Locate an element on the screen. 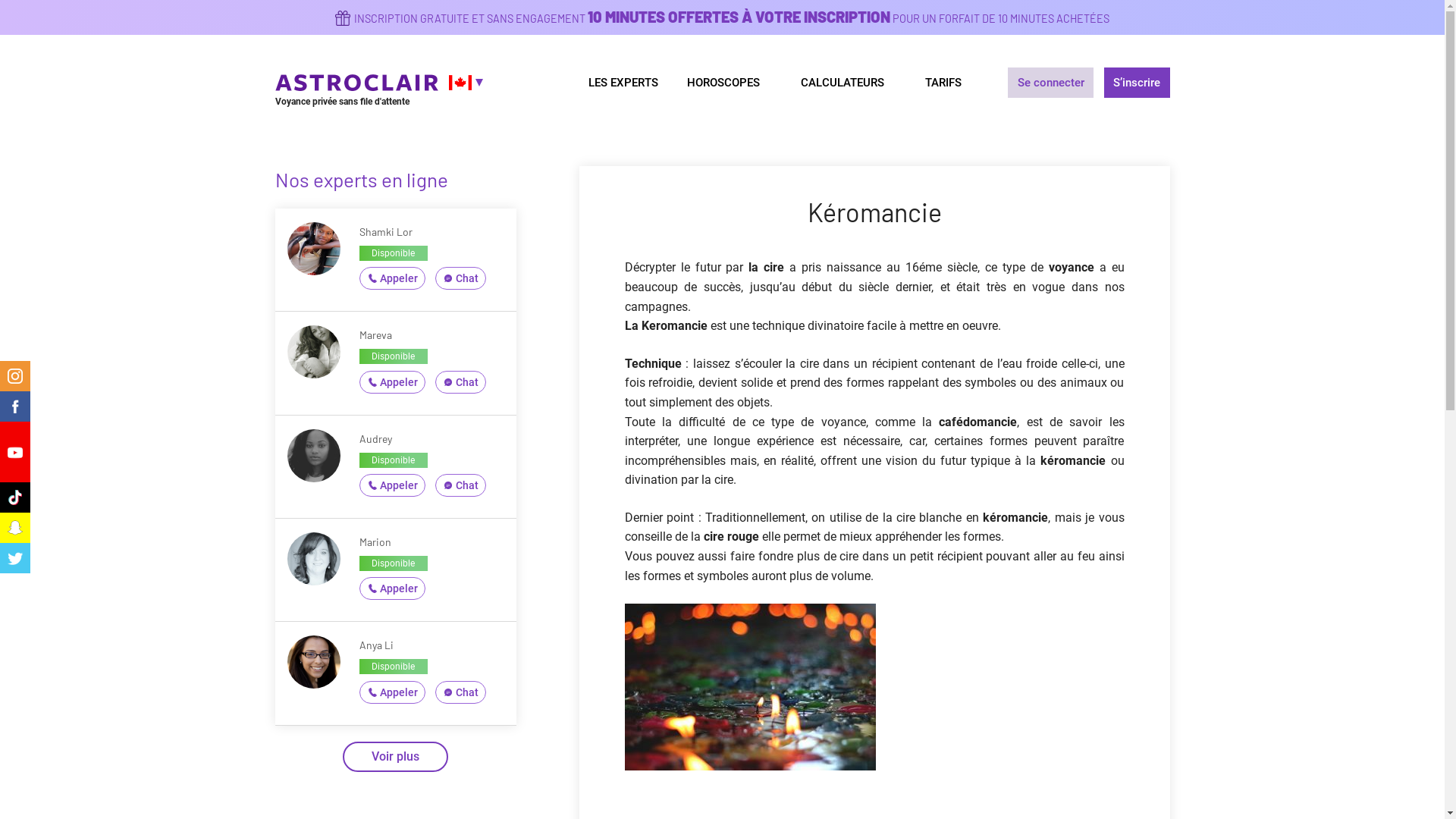  'Appeler' is located at coordinates (392, 485).